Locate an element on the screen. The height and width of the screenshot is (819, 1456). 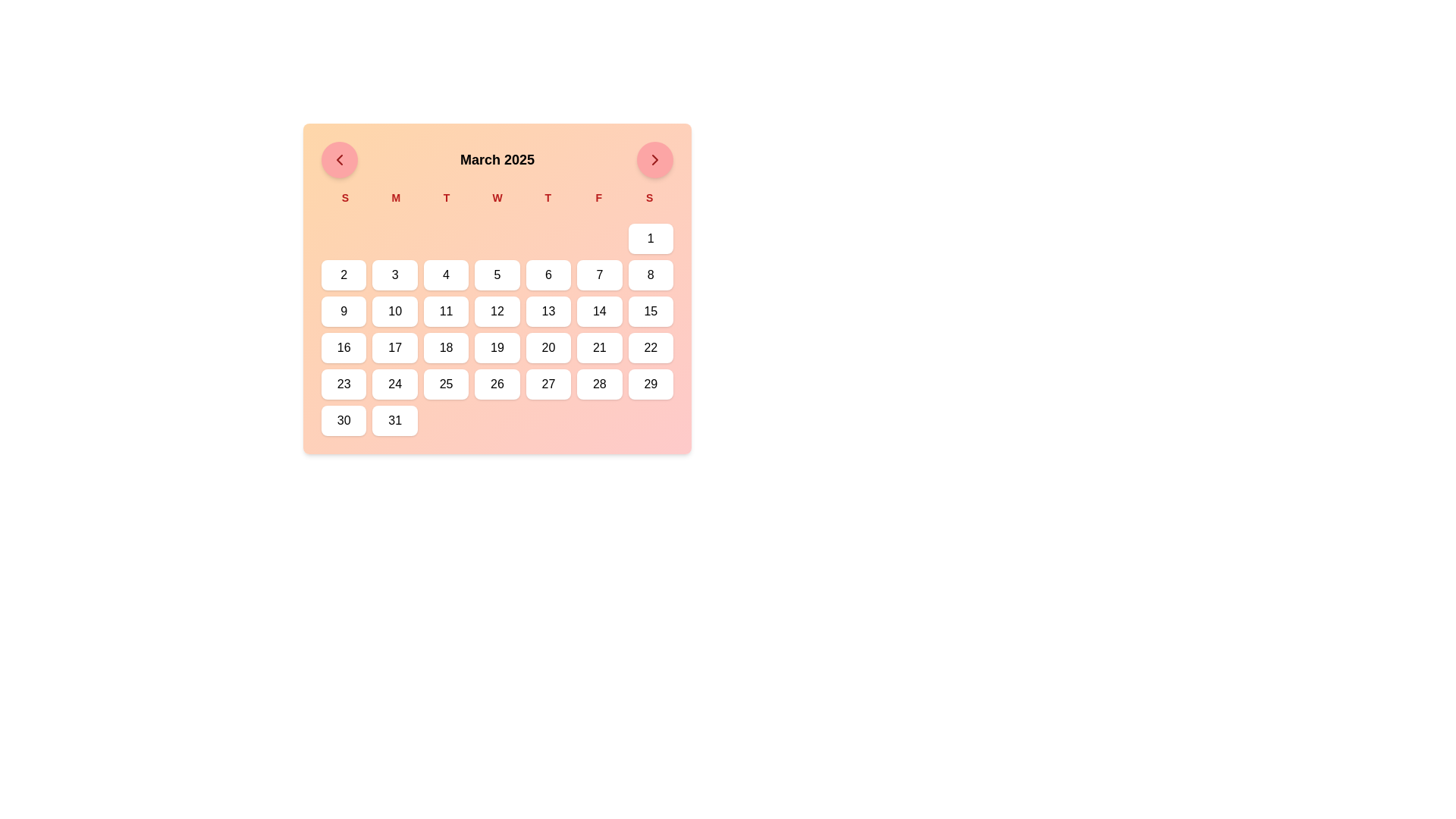
the selectable date button for March 19, 2025 is located at coordinates (497, 348).